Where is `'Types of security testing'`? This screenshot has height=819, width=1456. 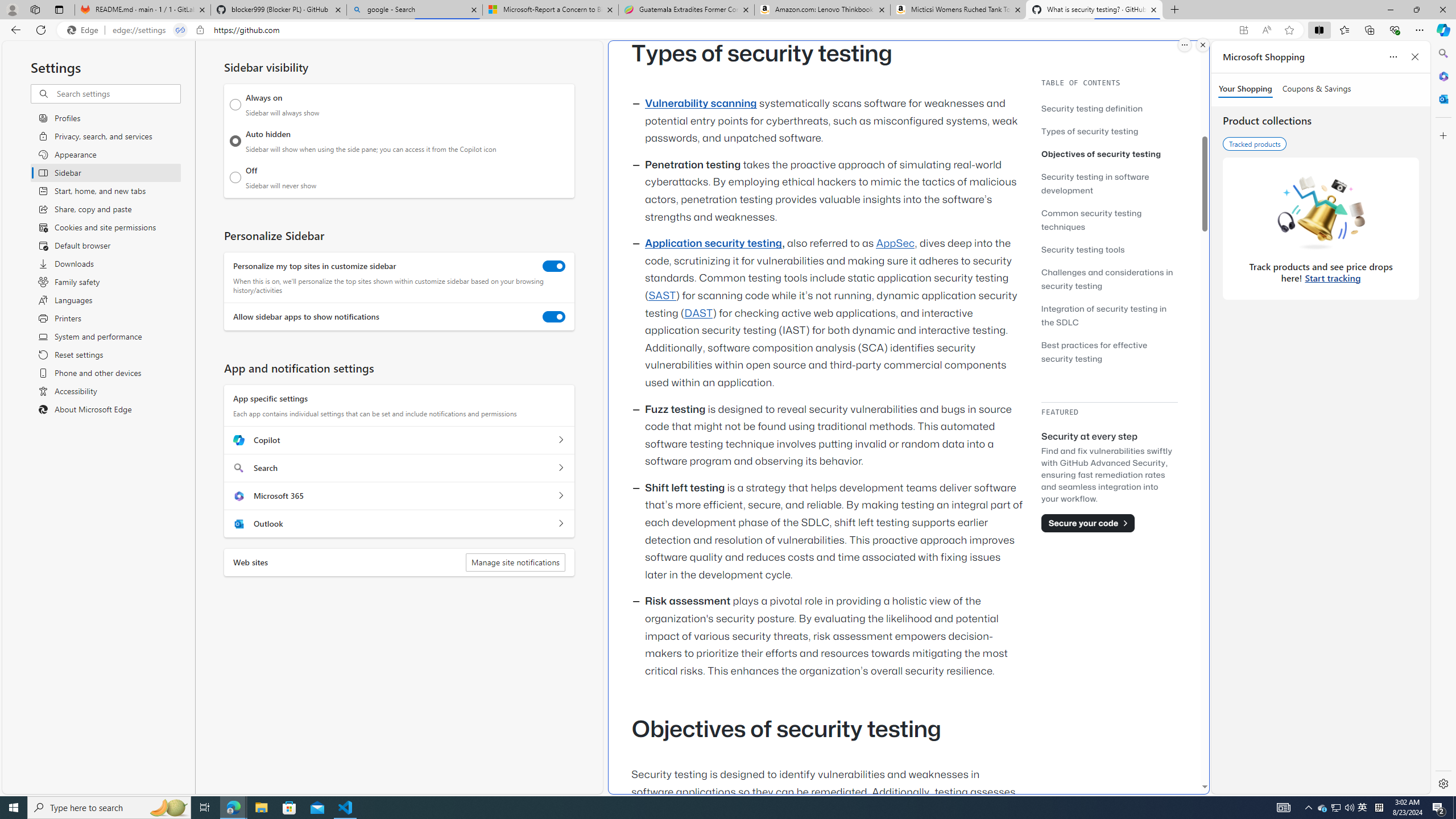
'Types of security testing' is located at coordinates (1108, 130).